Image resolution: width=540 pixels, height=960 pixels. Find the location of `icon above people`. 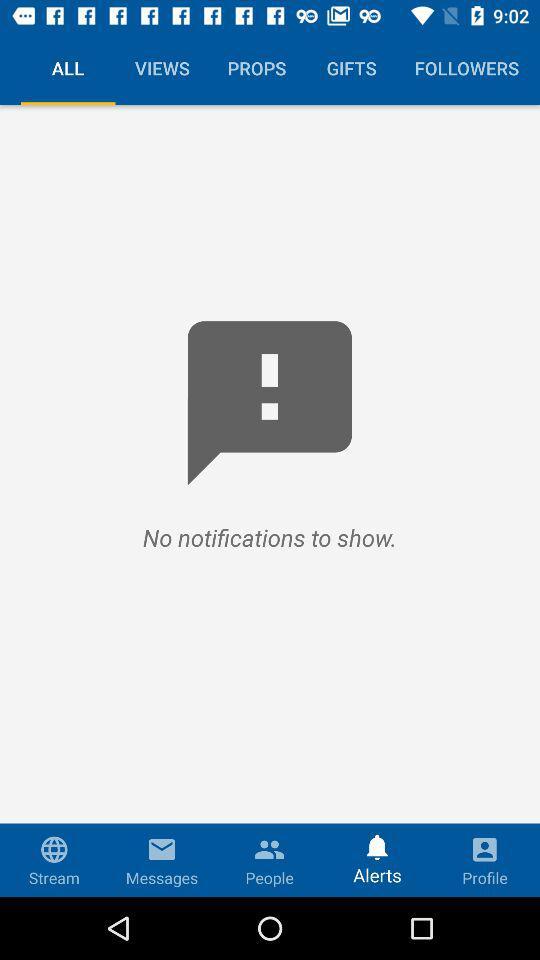

icon above people is located at coordinates (269, 843).